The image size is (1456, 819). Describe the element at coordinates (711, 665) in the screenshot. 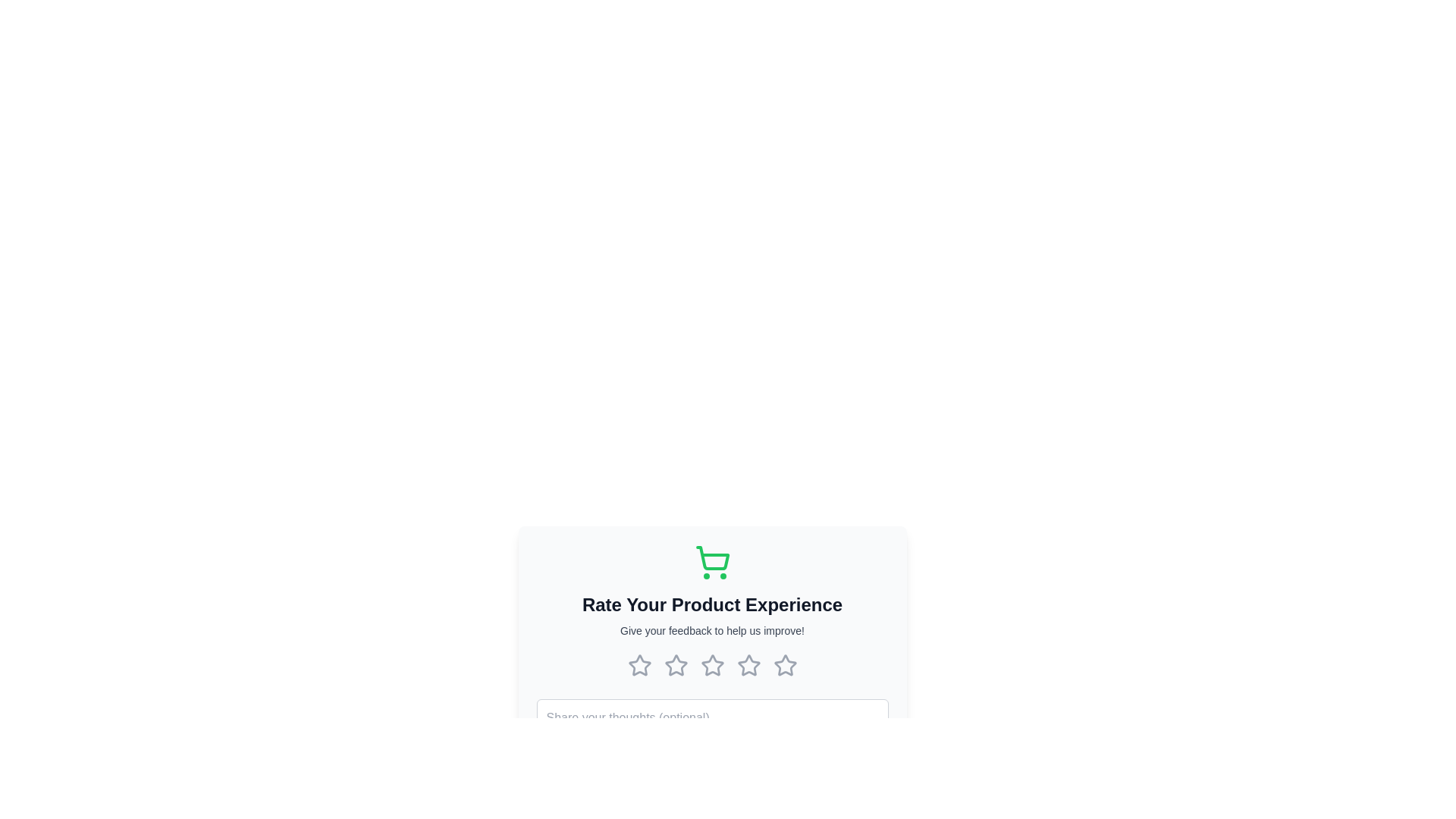

I see `the star icon in the Rating input component` at that location.